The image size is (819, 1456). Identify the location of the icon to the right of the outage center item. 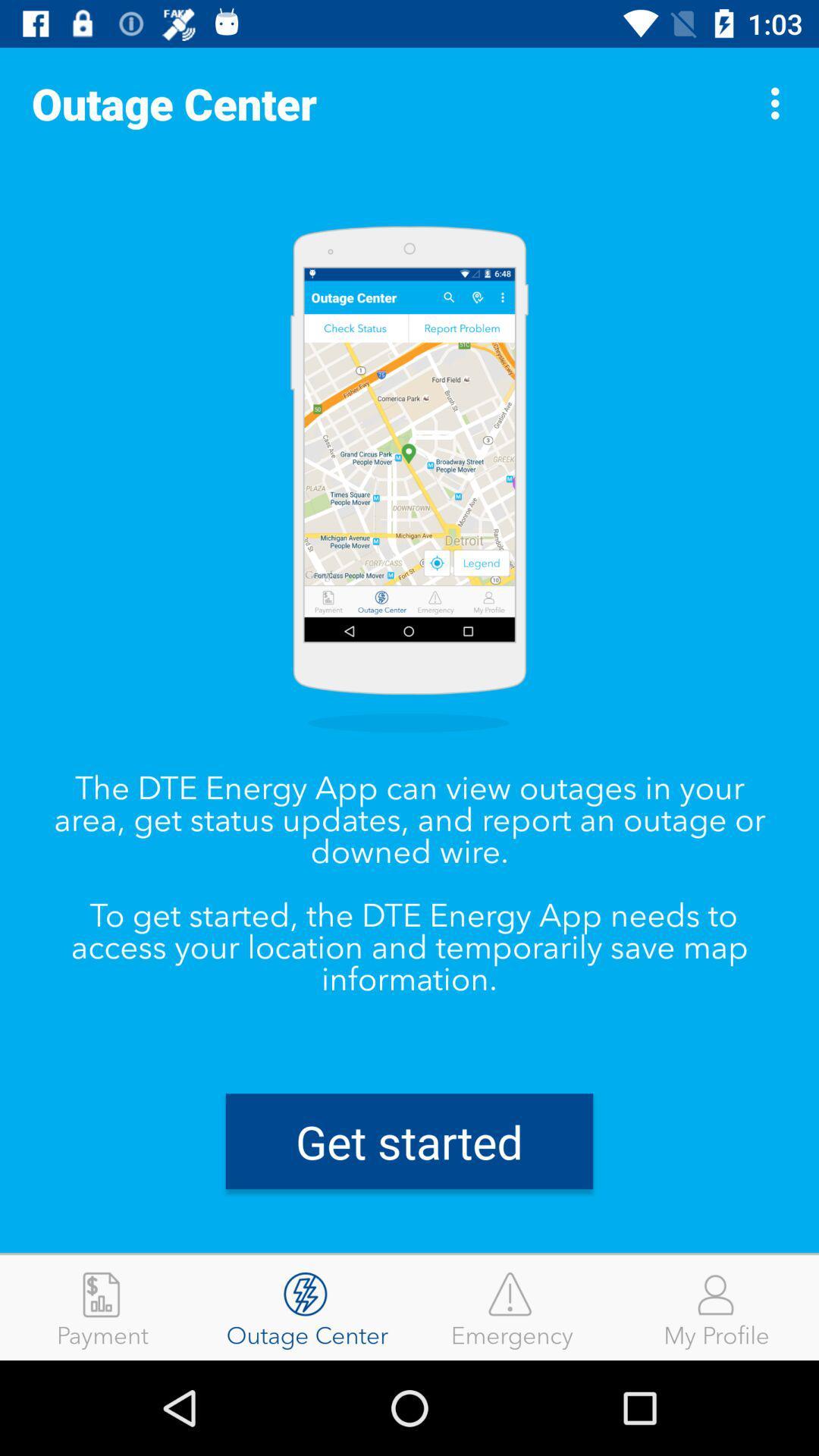
(512, 1307).